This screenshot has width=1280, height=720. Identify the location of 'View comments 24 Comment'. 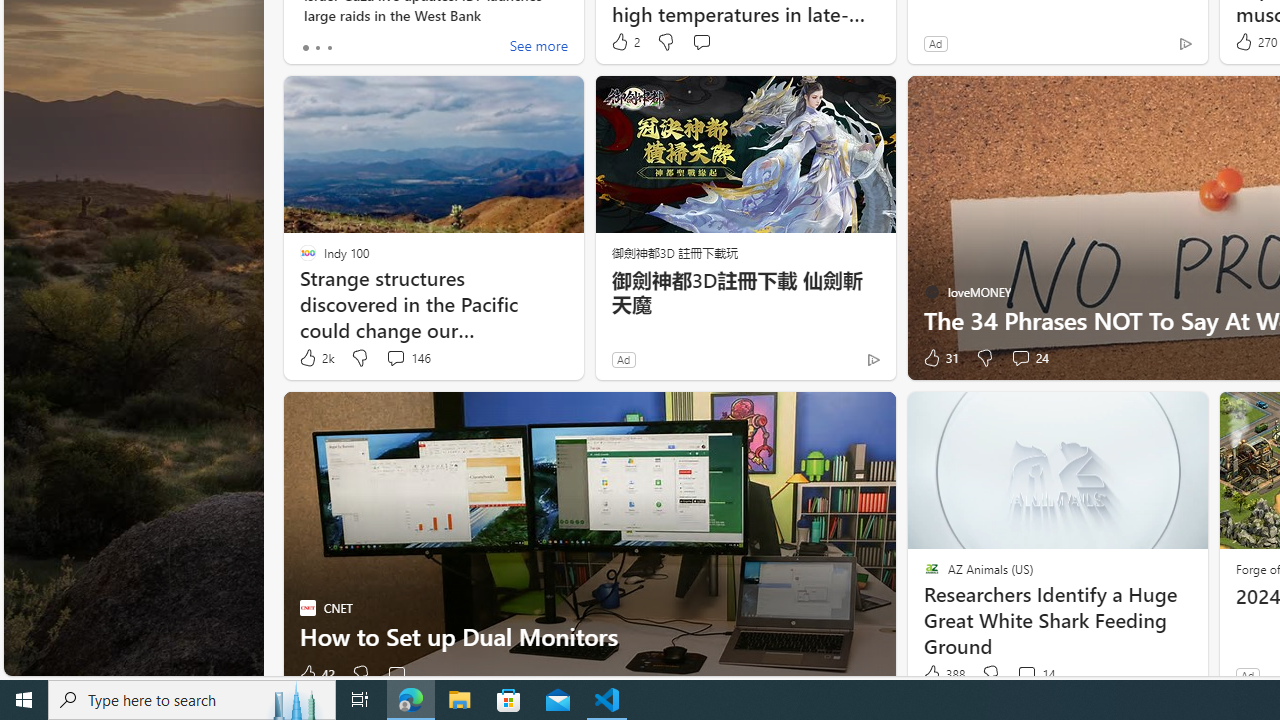
(1020, 356).